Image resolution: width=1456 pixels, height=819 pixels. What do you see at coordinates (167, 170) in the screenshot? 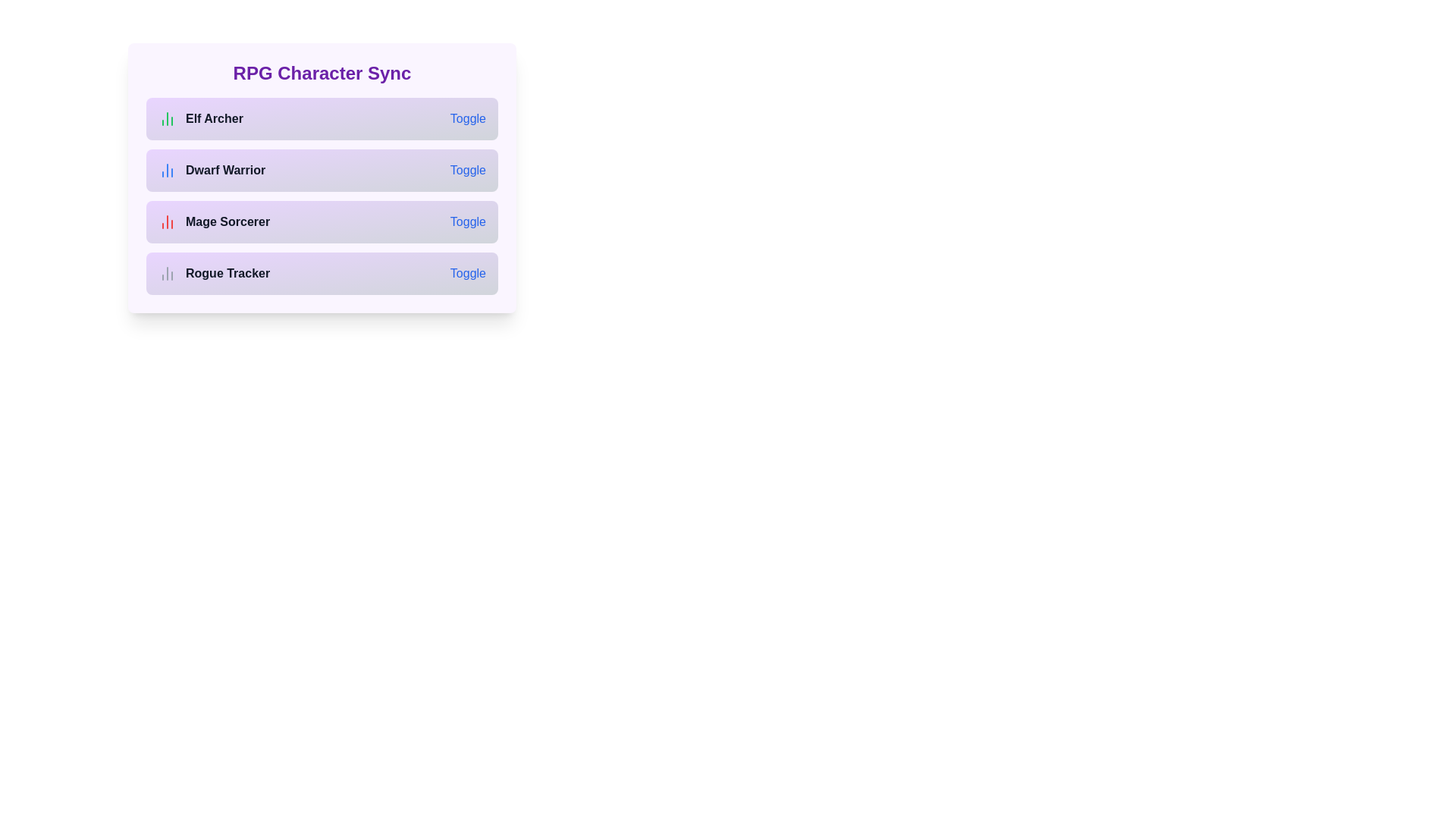
I see `the blue bar chart icon located in the second row of the options list, which precedes the text 'Dwarf Warrior'` at bounding box center [167, 170].